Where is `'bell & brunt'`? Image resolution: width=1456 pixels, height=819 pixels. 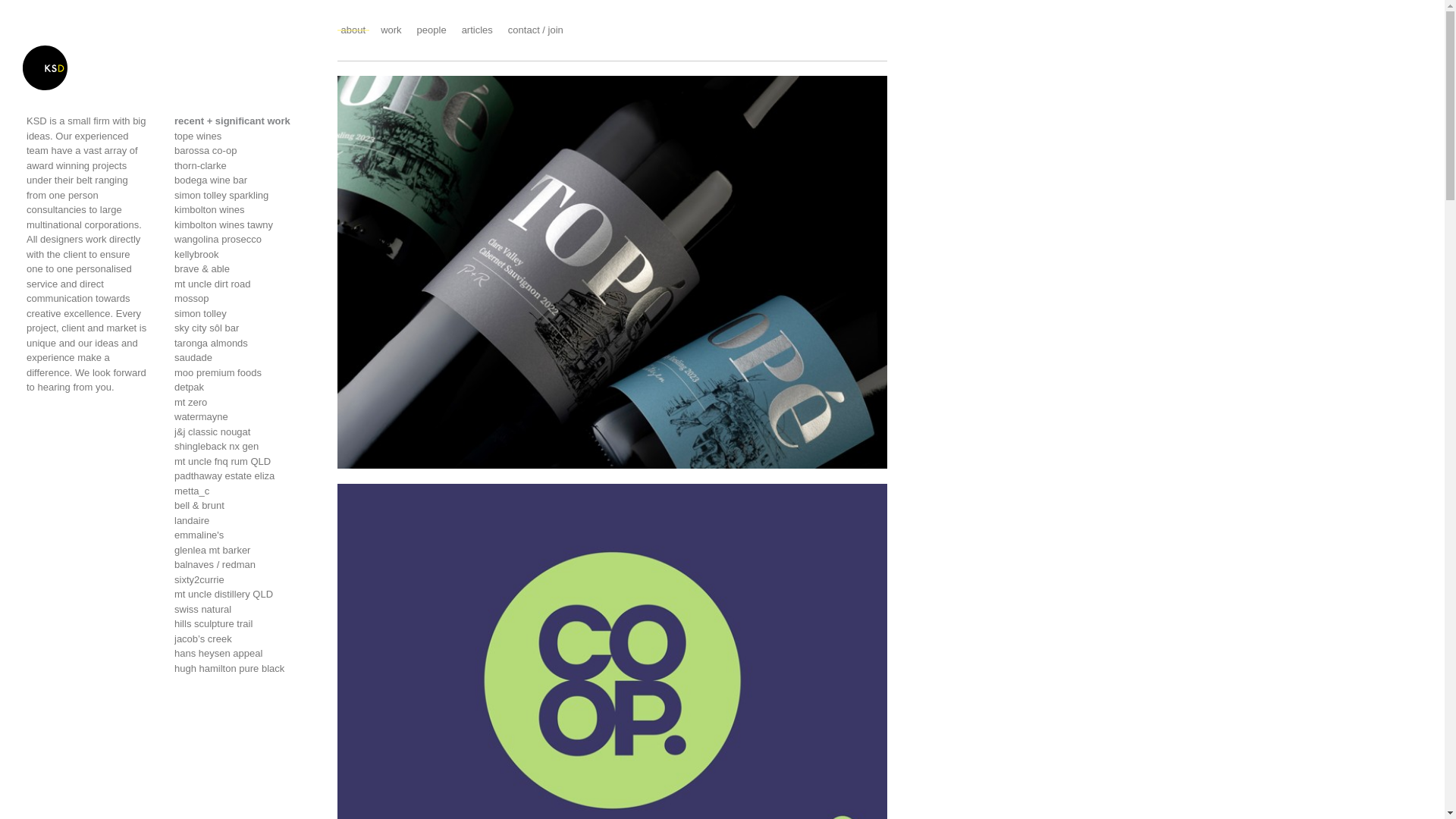 'bell & brunt' is located at coordinates (174, 506).